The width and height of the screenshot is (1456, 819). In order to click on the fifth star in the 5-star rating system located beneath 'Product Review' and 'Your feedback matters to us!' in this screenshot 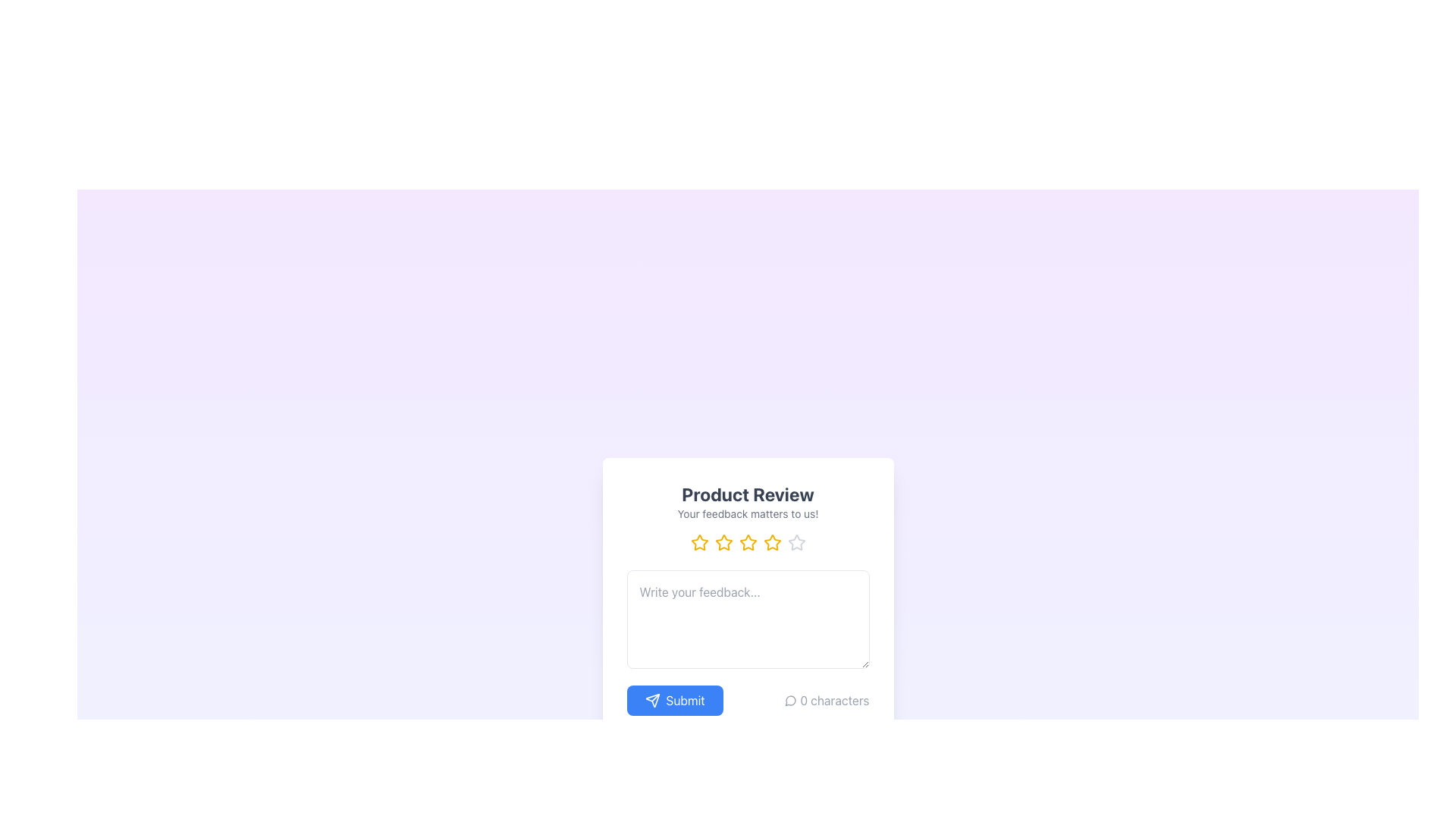, I will do `click(795, 542)`.